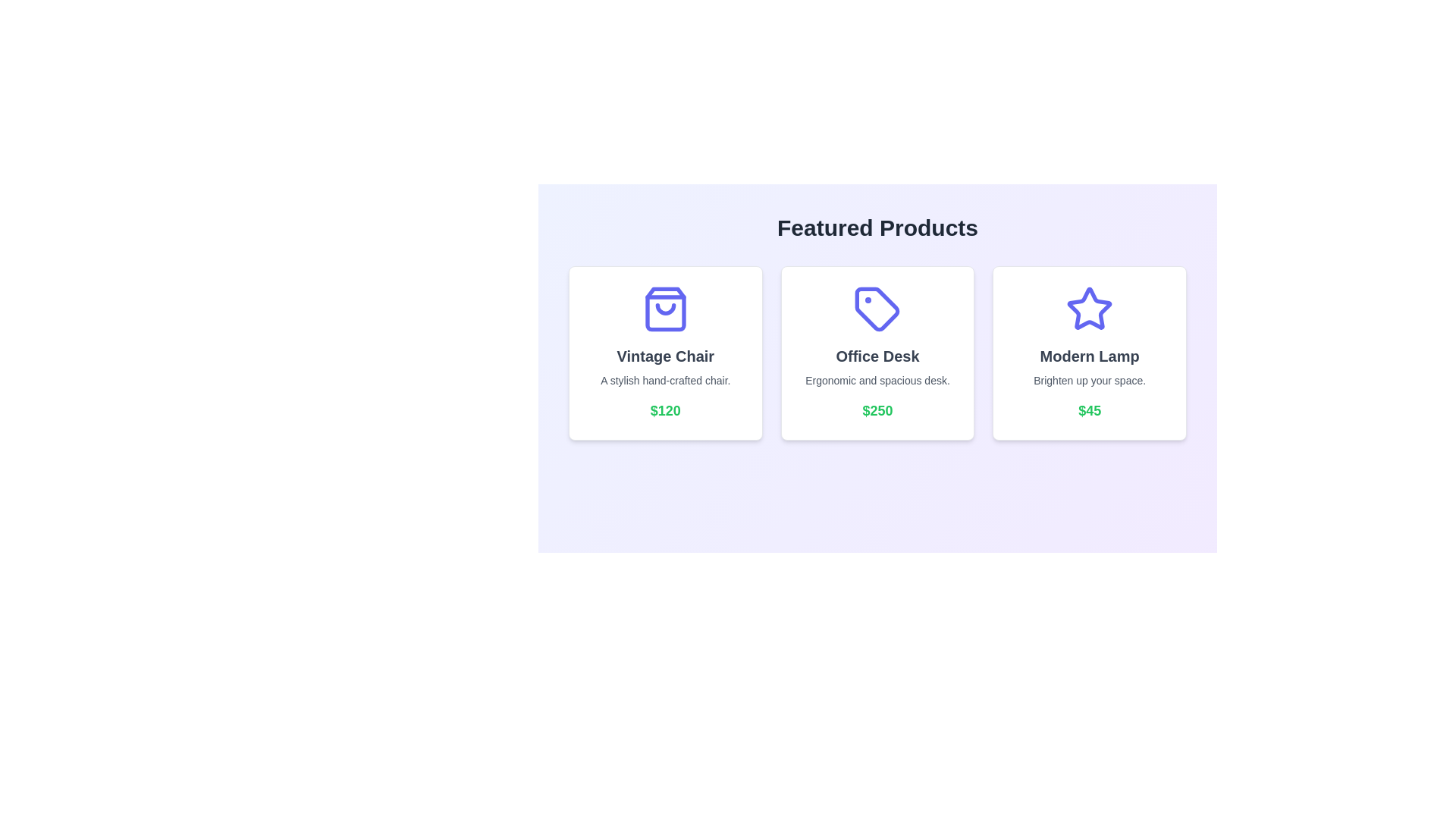 Image resolution: width=1456 pixels, height=819 pixels. I want to click on the text label providing a brief descriptive tagline for the office desk, so click(877, 379).